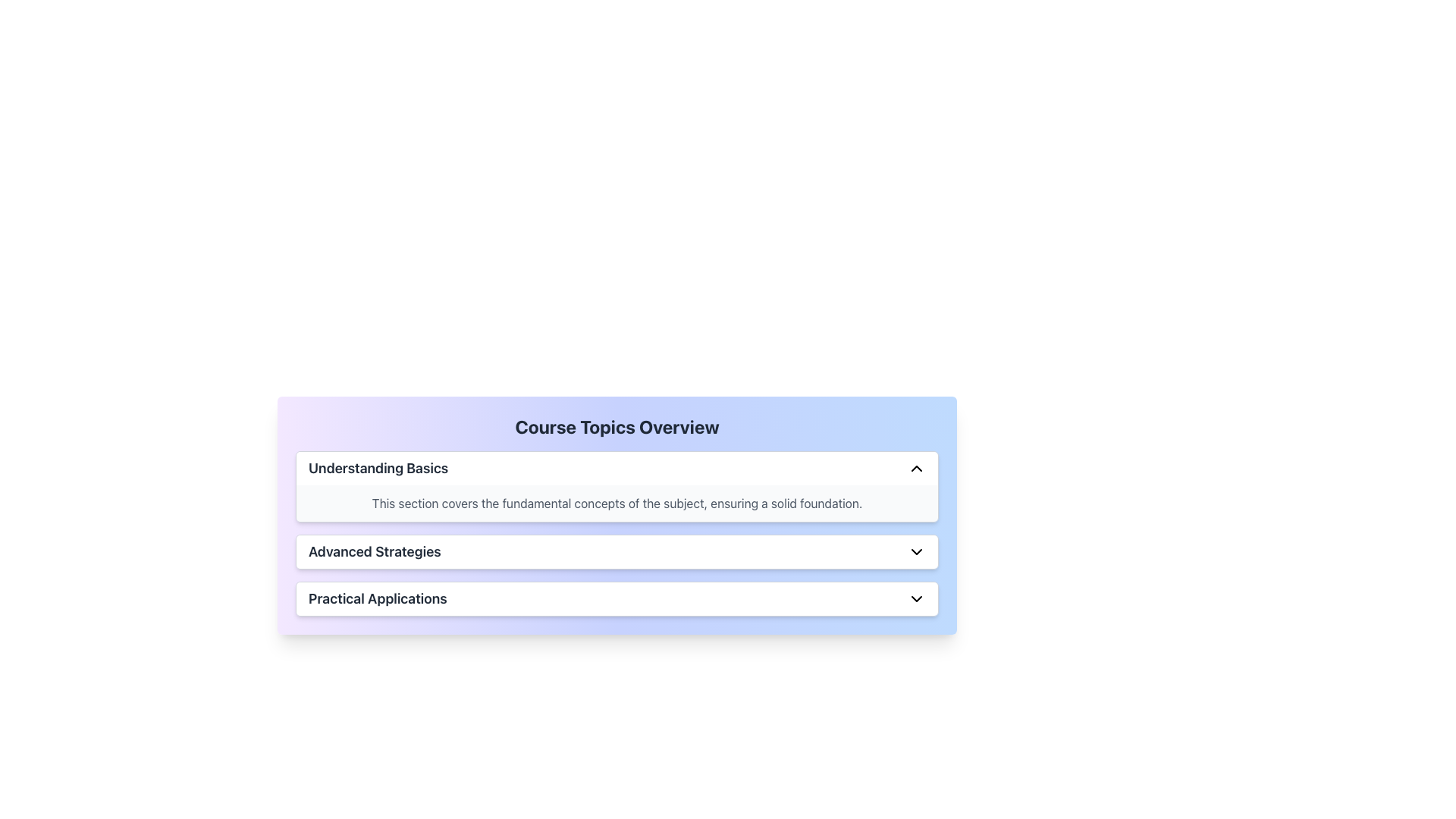 Image resolution: width=1456 pixels, height=819 pixels. Describe the element at coordinates (617, 533) in the screenshot. I see `the 'Advanced Strategies' collapsible section` at that location.